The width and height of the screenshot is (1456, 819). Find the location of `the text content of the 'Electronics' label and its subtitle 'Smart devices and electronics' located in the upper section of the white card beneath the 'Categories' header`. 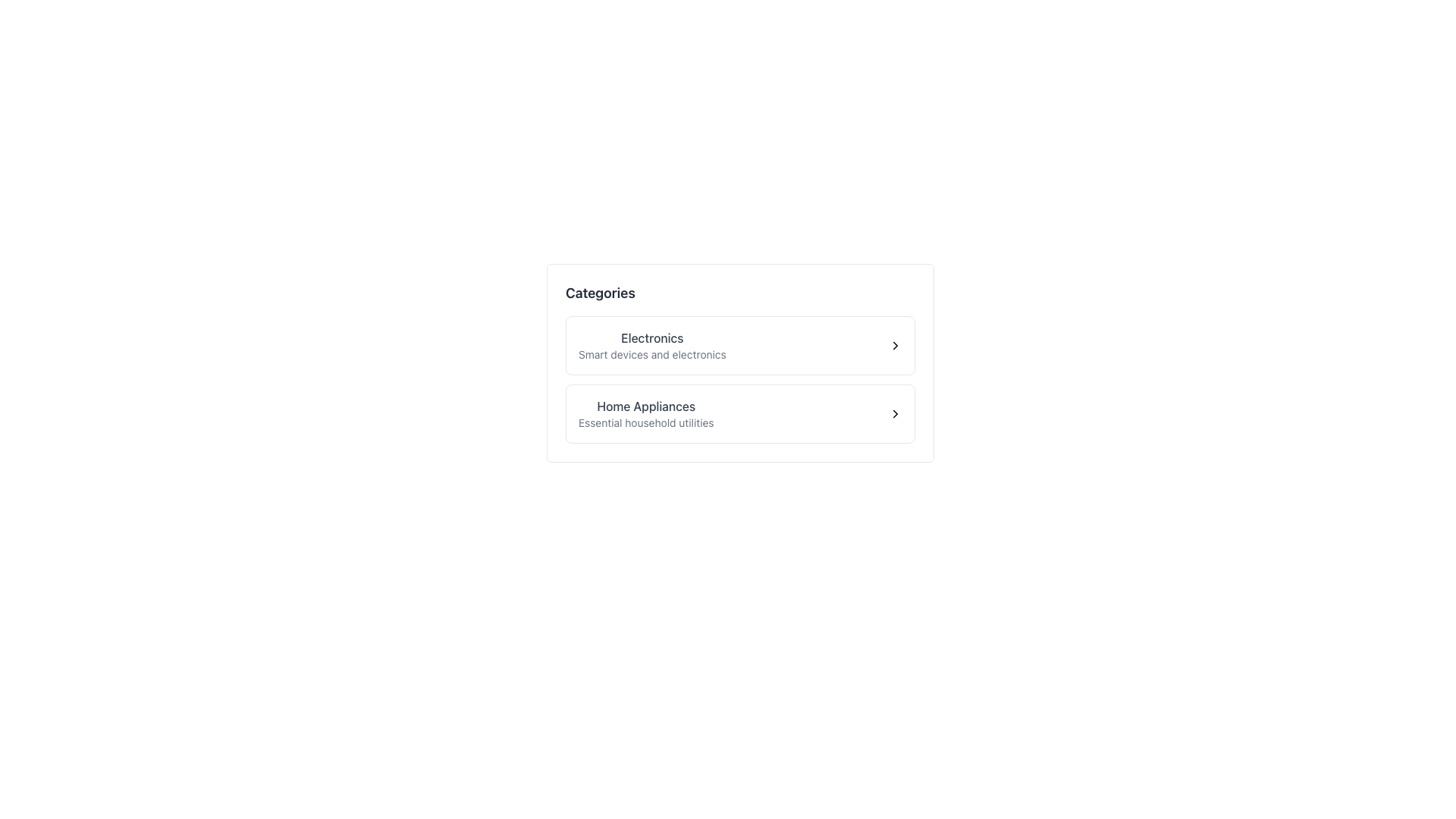

the text content of the 'Electronics' label and its subtitle 'Smart devices and electronics' located in the upper section of the white card beneath the 'Categories' header is located at coordinates (652, 345).